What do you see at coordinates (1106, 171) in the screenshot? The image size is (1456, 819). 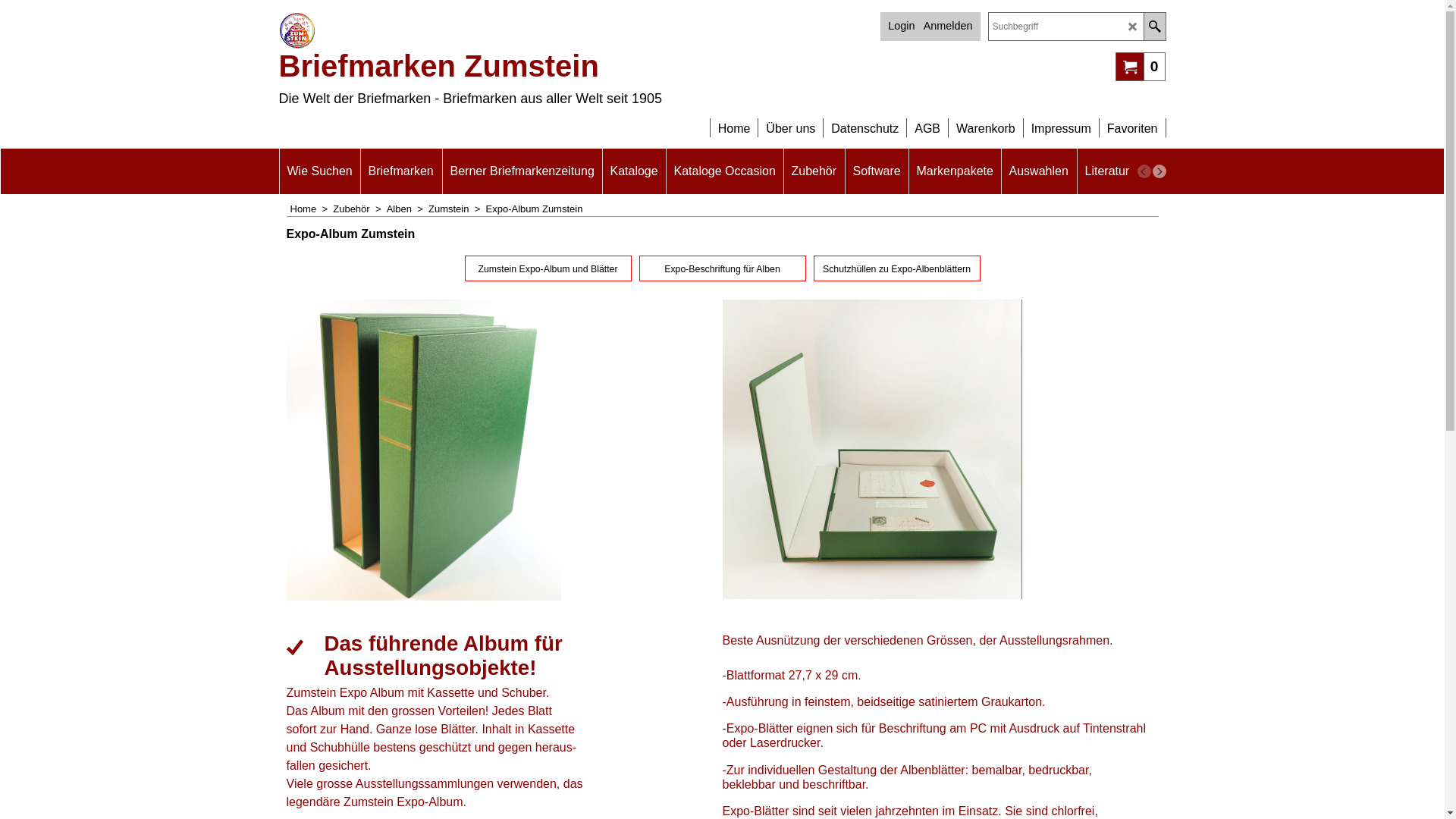 I see `'Literatur'` at bounding box center [1106, 171].